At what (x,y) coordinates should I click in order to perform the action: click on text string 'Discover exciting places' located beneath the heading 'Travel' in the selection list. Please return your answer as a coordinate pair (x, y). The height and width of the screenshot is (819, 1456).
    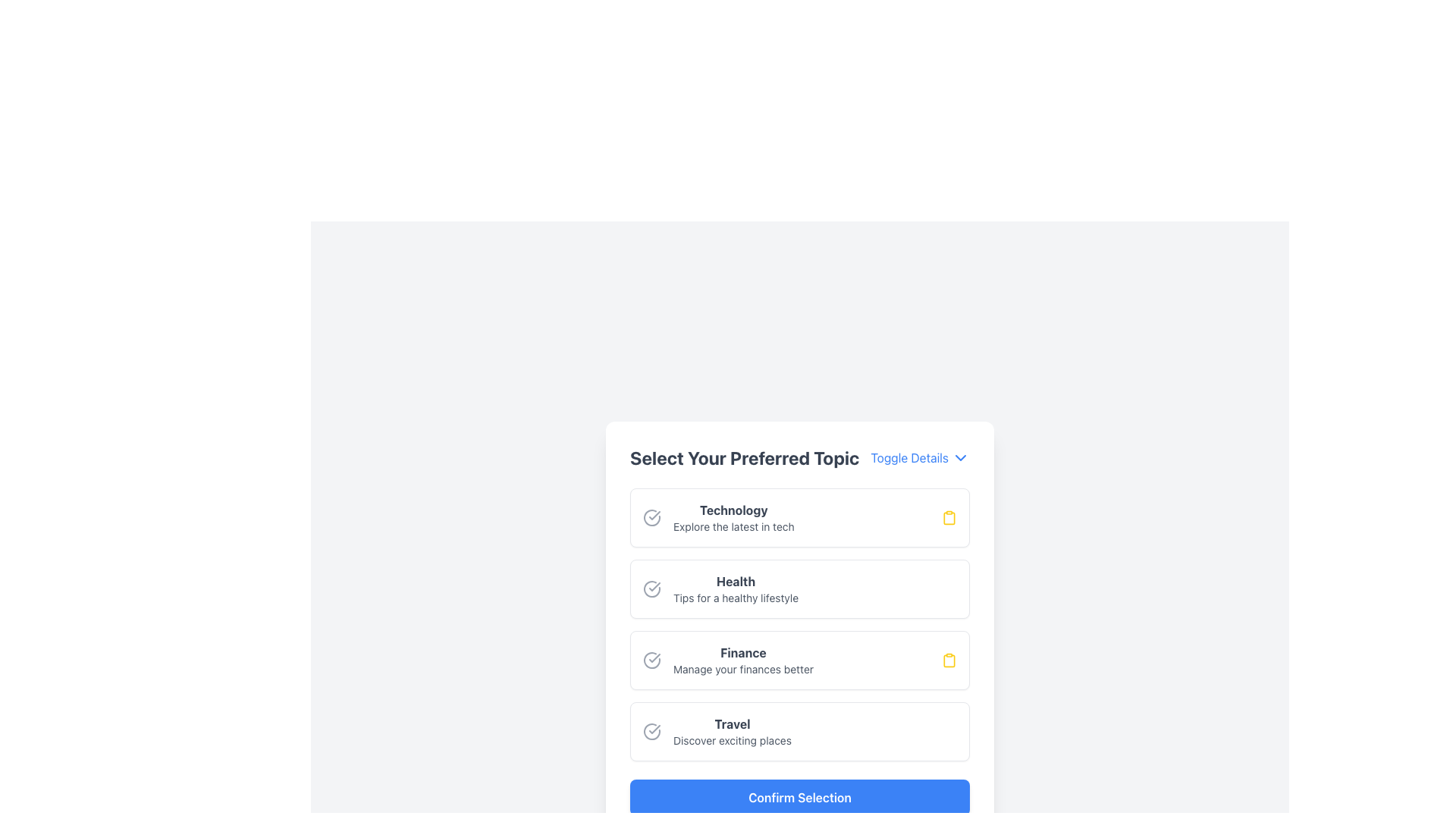
    Looking at the image, I should click on (732, 739).